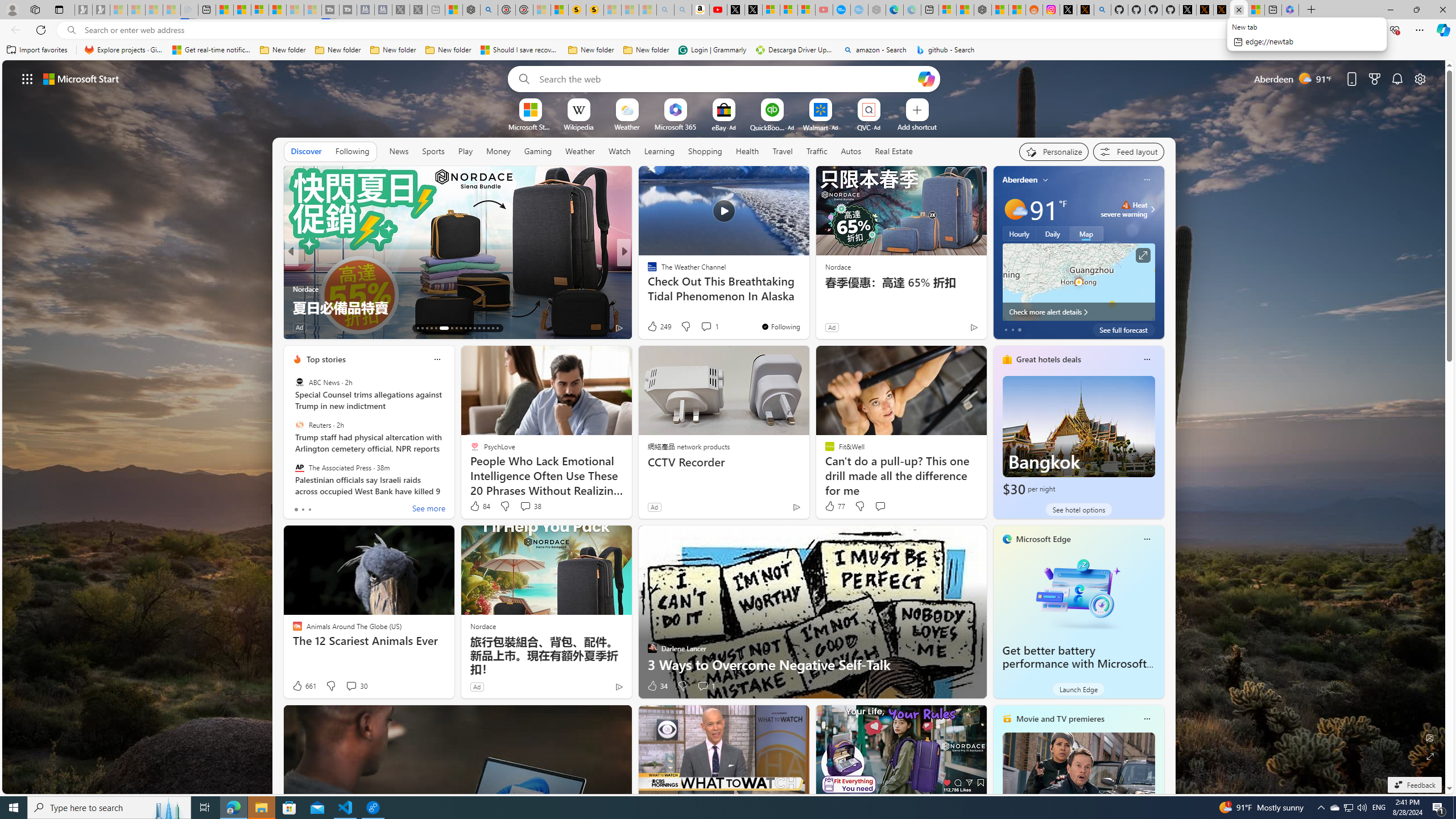 The height and width of the screenshot is (819, 1456). What do you see at coordinates (893, 150) in the screenshot?
I see `'Real Estate'` at bounding box center [893, 150].